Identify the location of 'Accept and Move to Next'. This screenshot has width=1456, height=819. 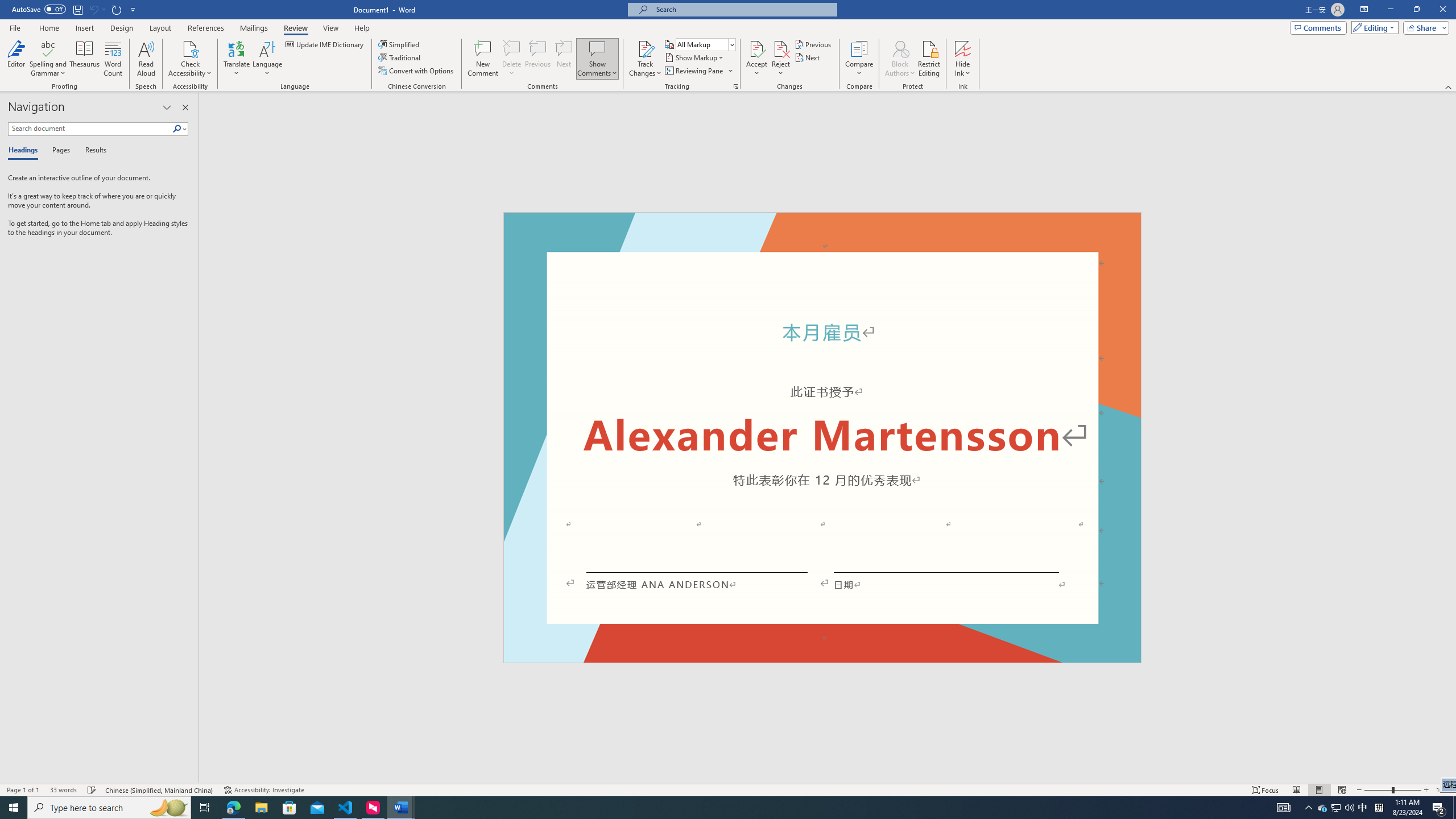
(756, 48).